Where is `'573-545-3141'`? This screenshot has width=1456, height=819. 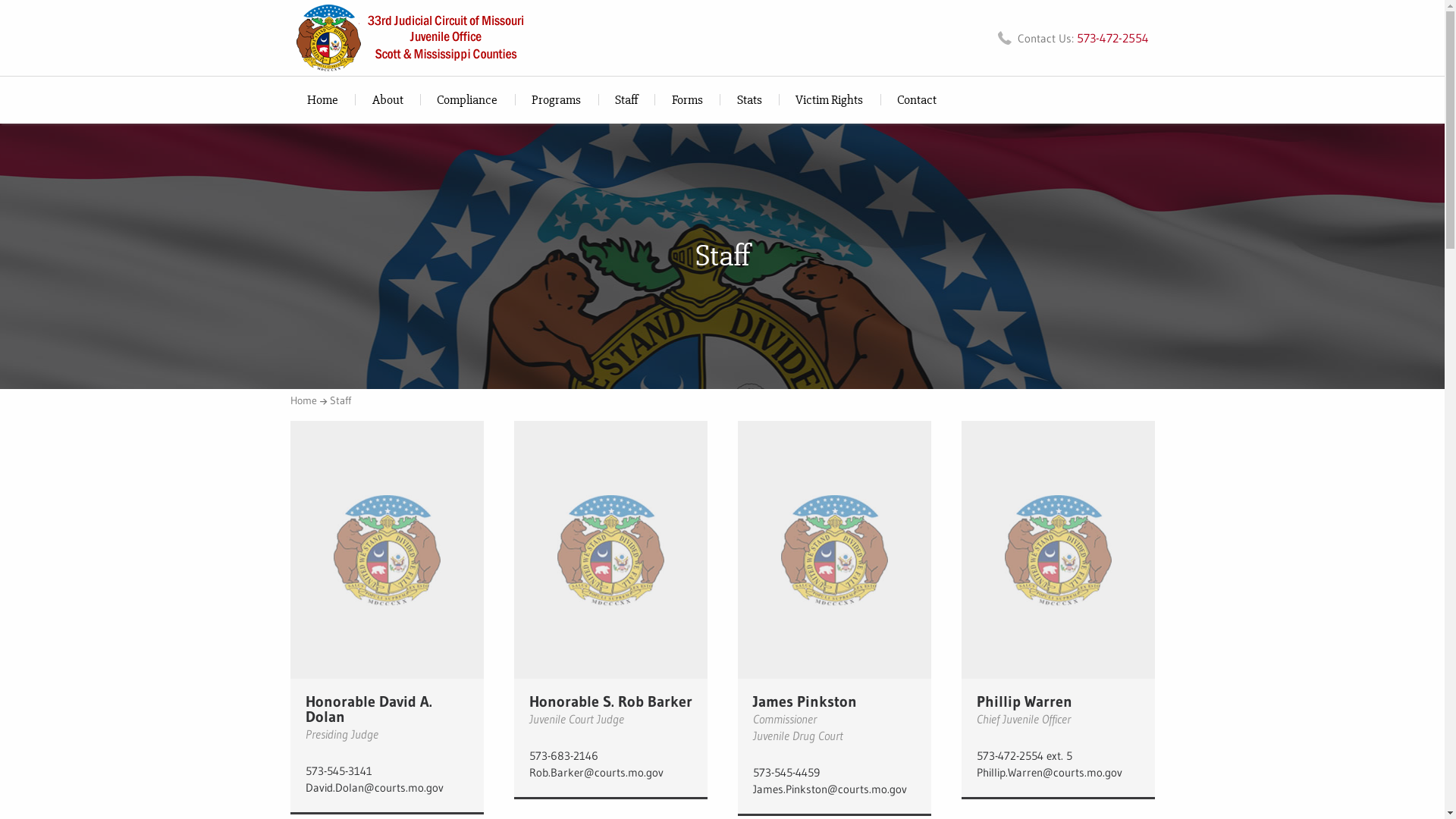 '573-545-3141' is located at coordinates (386, 771).